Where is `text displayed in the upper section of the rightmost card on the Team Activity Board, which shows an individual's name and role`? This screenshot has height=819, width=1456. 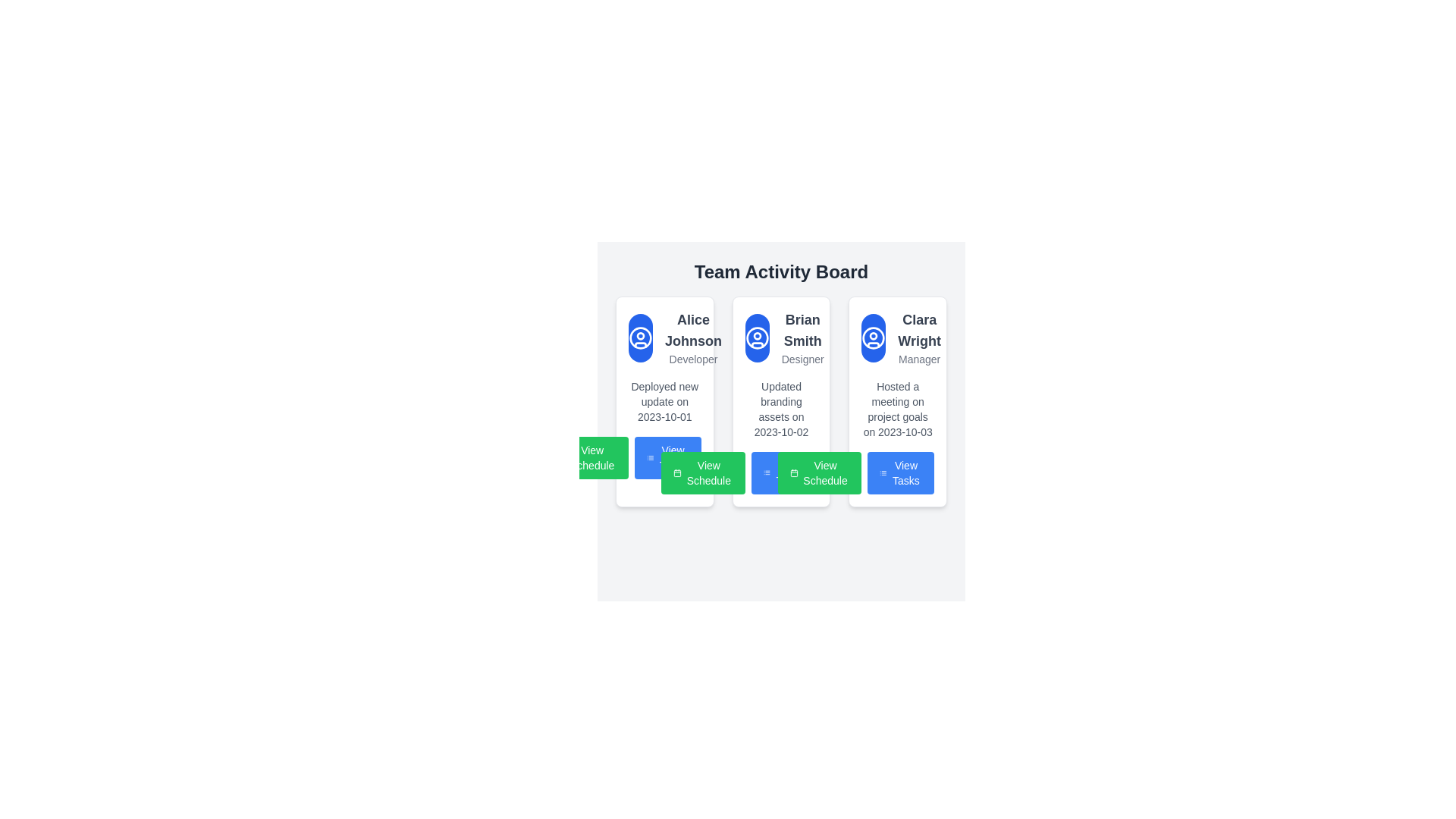 text displayed in the upper section of the rightmost card on the Team Activity Board, which shows an individual's name and role is located at coordinates (918, 337).